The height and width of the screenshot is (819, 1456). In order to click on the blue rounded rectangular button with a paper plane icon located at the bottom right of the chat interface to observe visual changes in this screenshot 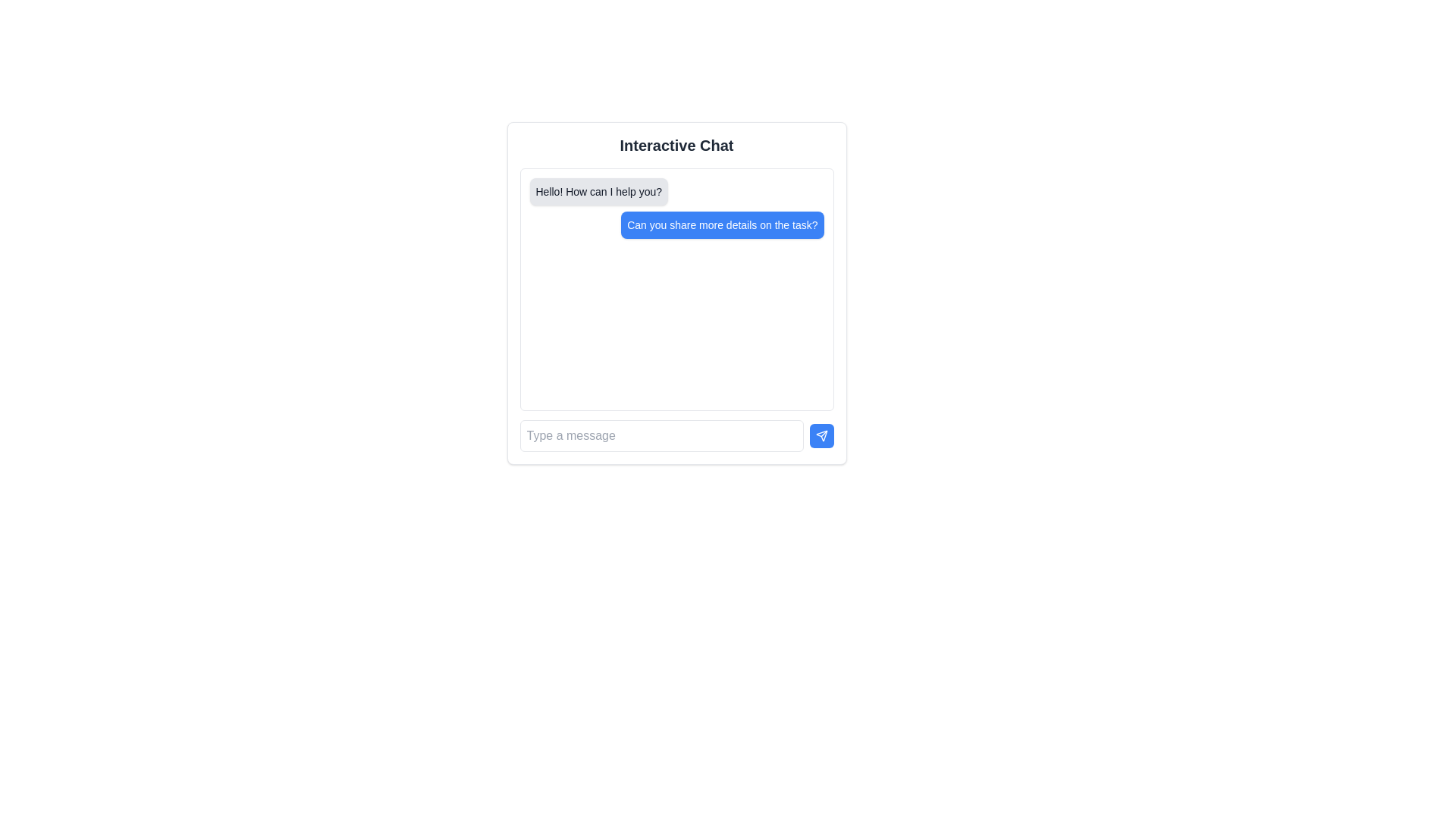, I will do `click(821, 435)`.